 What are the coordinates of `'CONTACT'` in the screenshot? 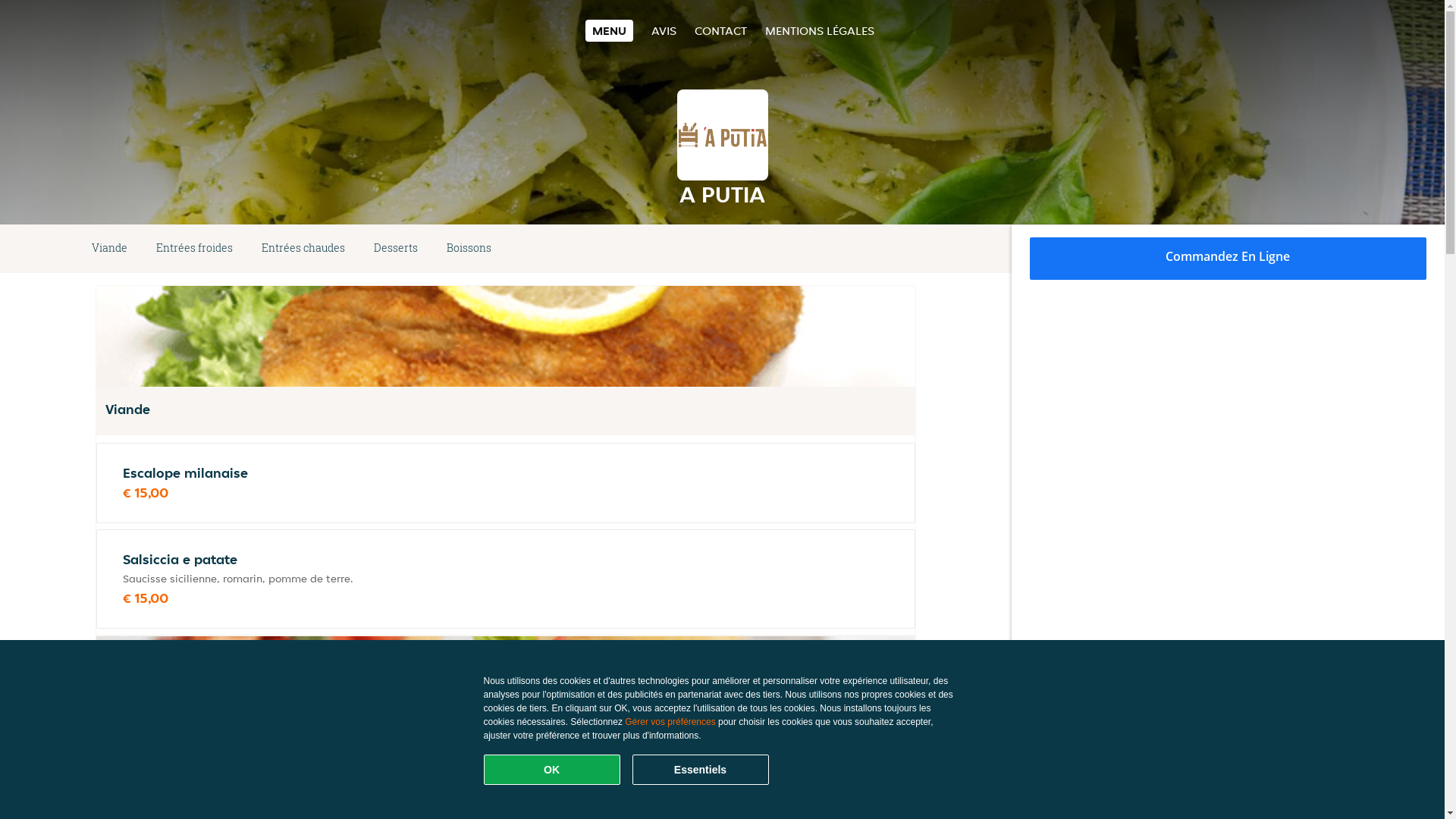 It's located at (694, 30).